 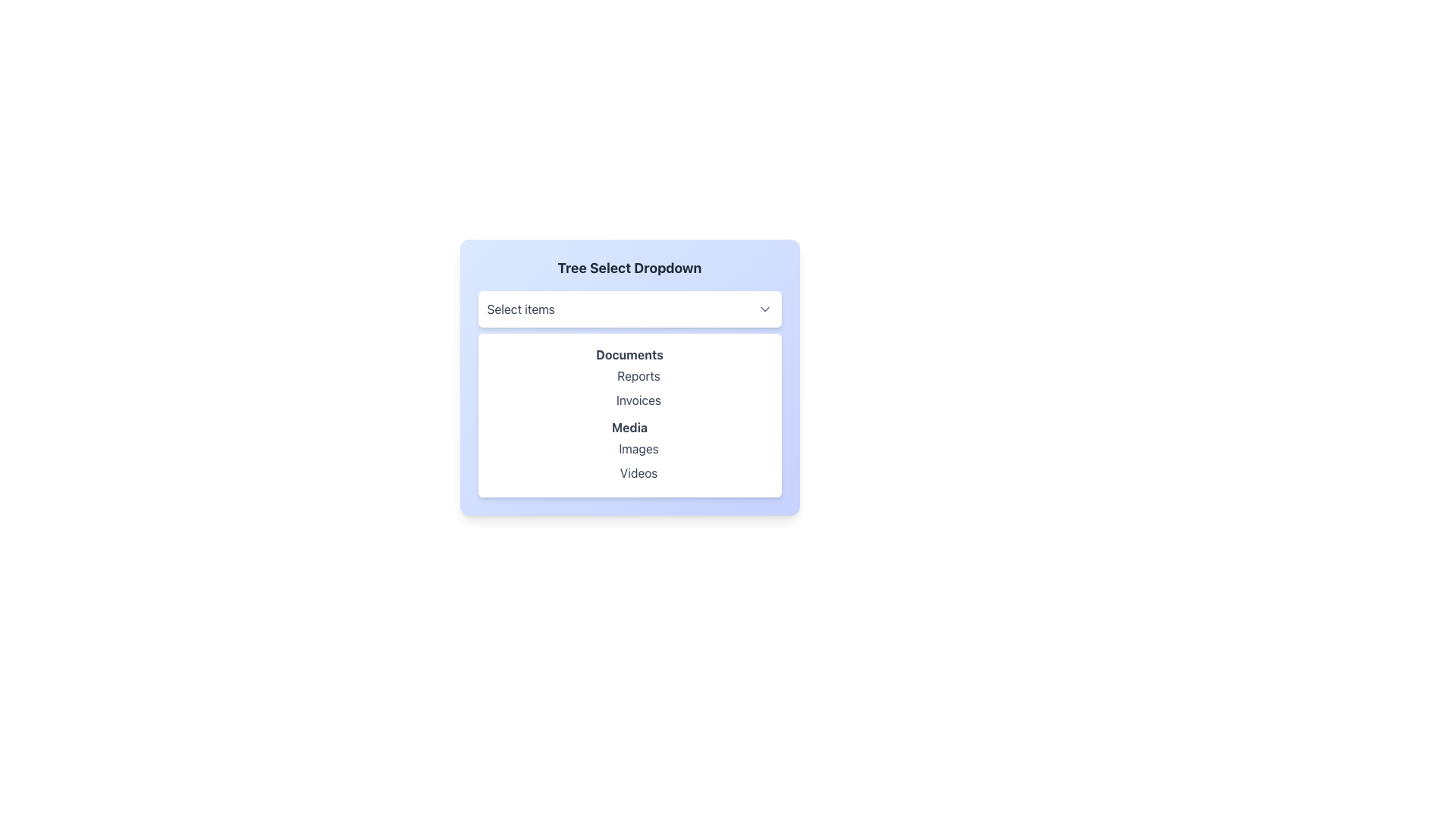 What do you see at coordinates (635, 460) in the screenshot?
I see `'Videos' label from the grouped text label component displaying 'Images' and 'Videos' within the 'Media' dropdown menu` at bounding box center [635, 460].